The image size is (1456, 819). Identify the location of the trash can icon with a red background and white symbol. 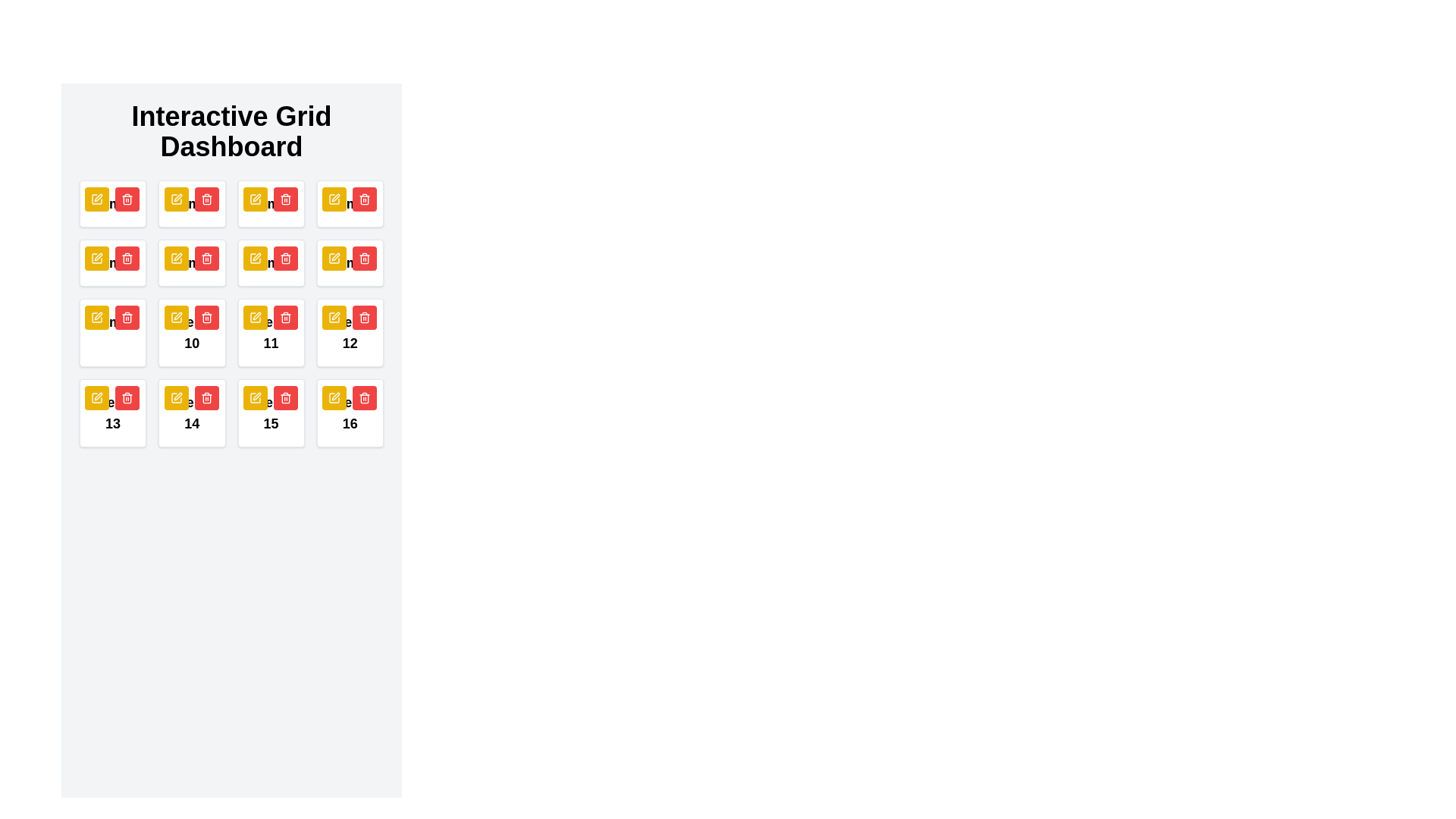
(127, 257).